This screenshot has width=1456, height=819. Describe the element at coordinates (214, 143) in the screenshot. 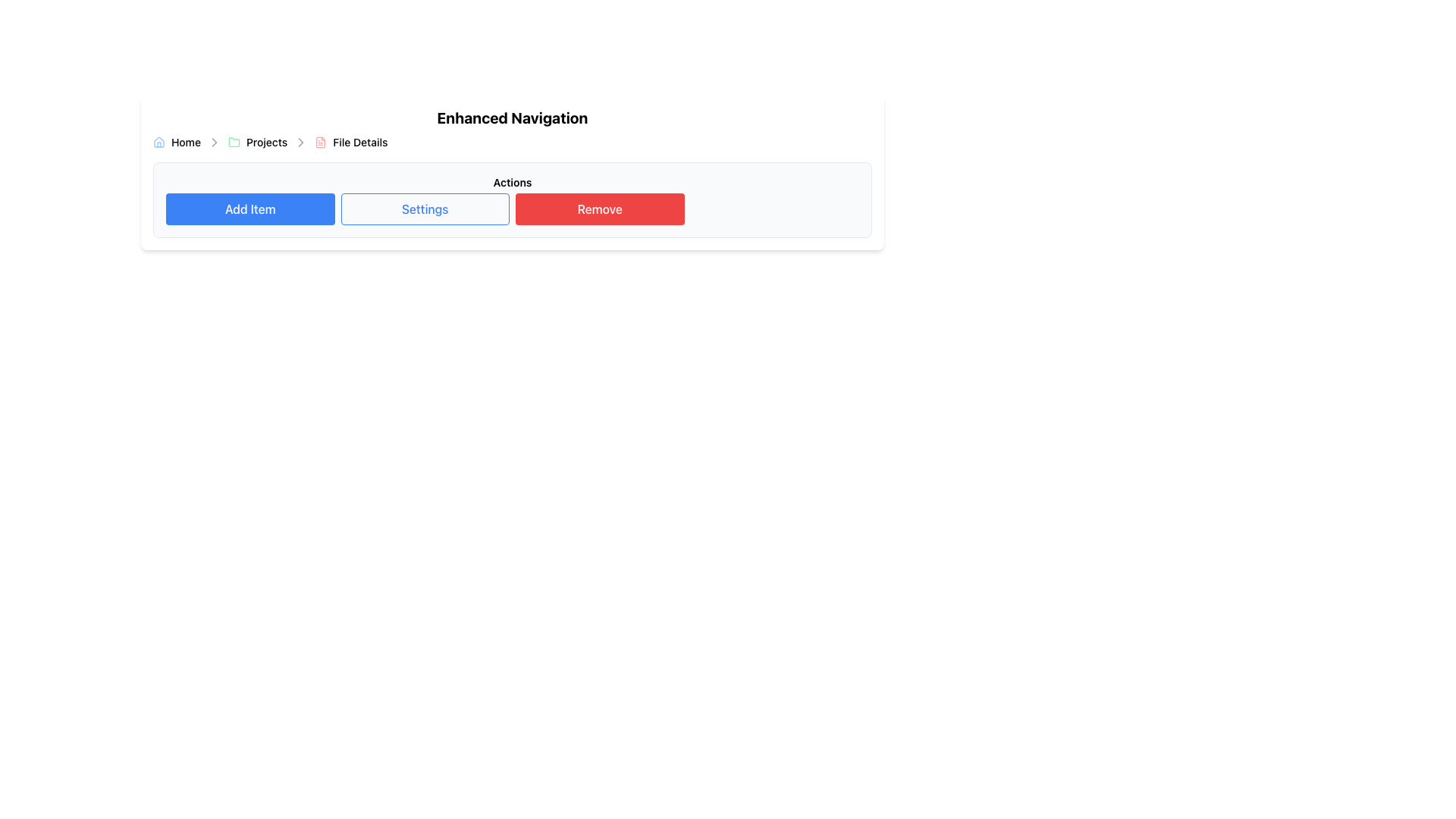

I see `the rightward-facing chevron icon located in the breadcrumb navigation bar between 'Projects' and 'File Details'` at that location.